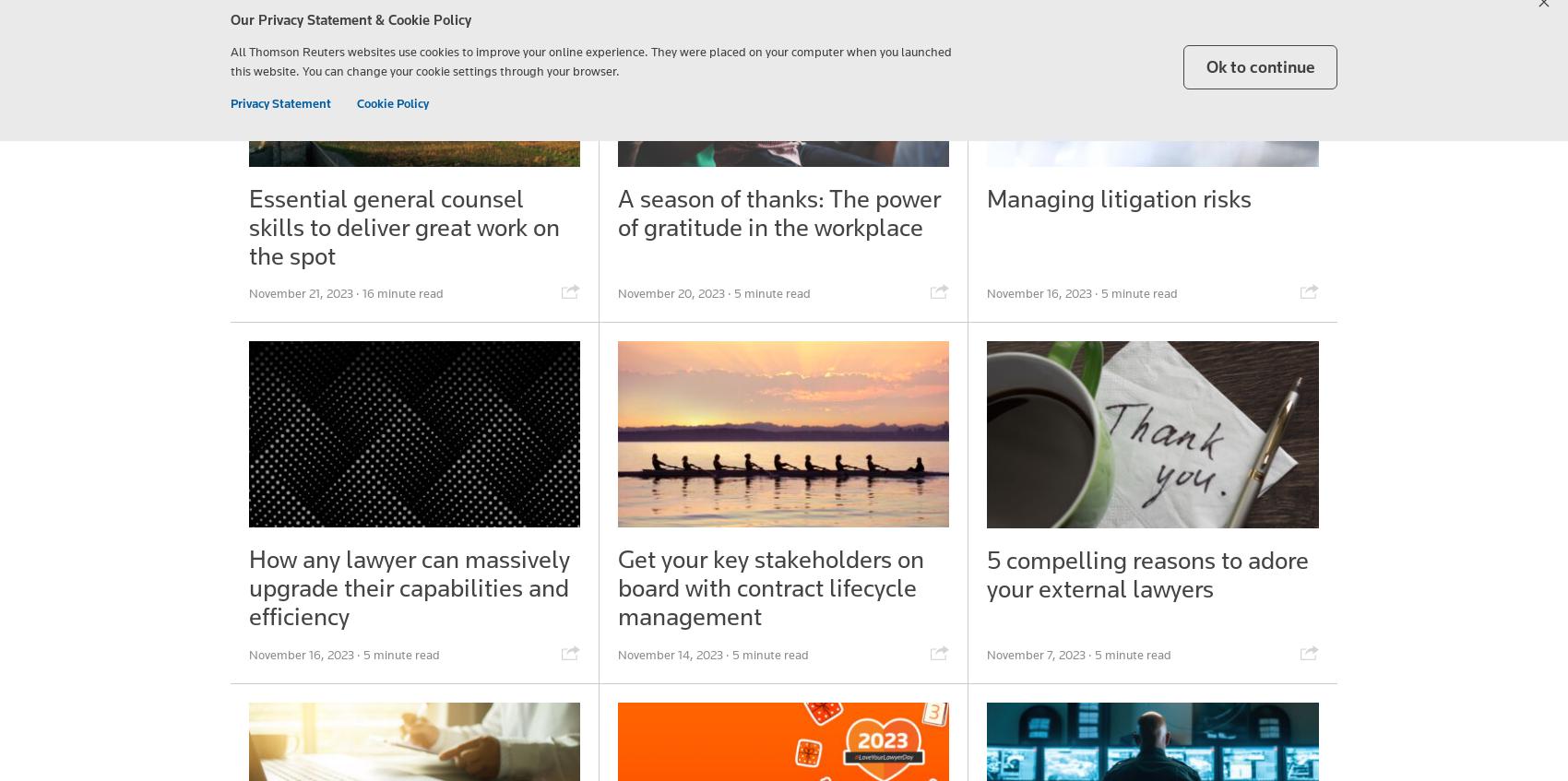 This screenshot has width=1568, height=781. I want to click on 'Essential general counsel skills to deliver great work on the spot', so click(404, 225).